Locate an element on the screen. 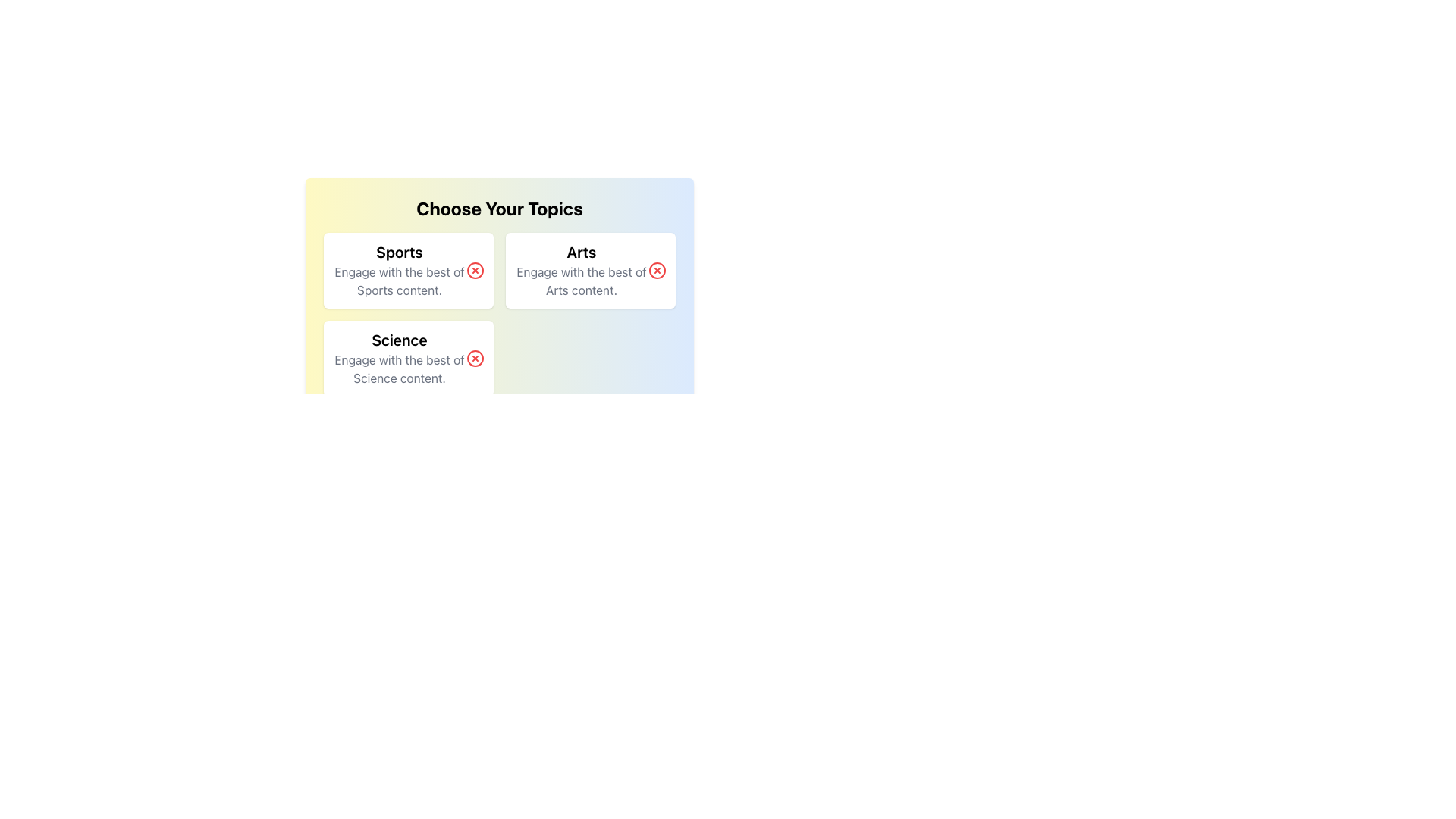  the Interactive card labeled 'Arts' which contains the description 'Engage with the best of Arts content.' This card is the second one in a grid layout, positioned to the right of the 'Sports' card is located at coordinates (589, 270).